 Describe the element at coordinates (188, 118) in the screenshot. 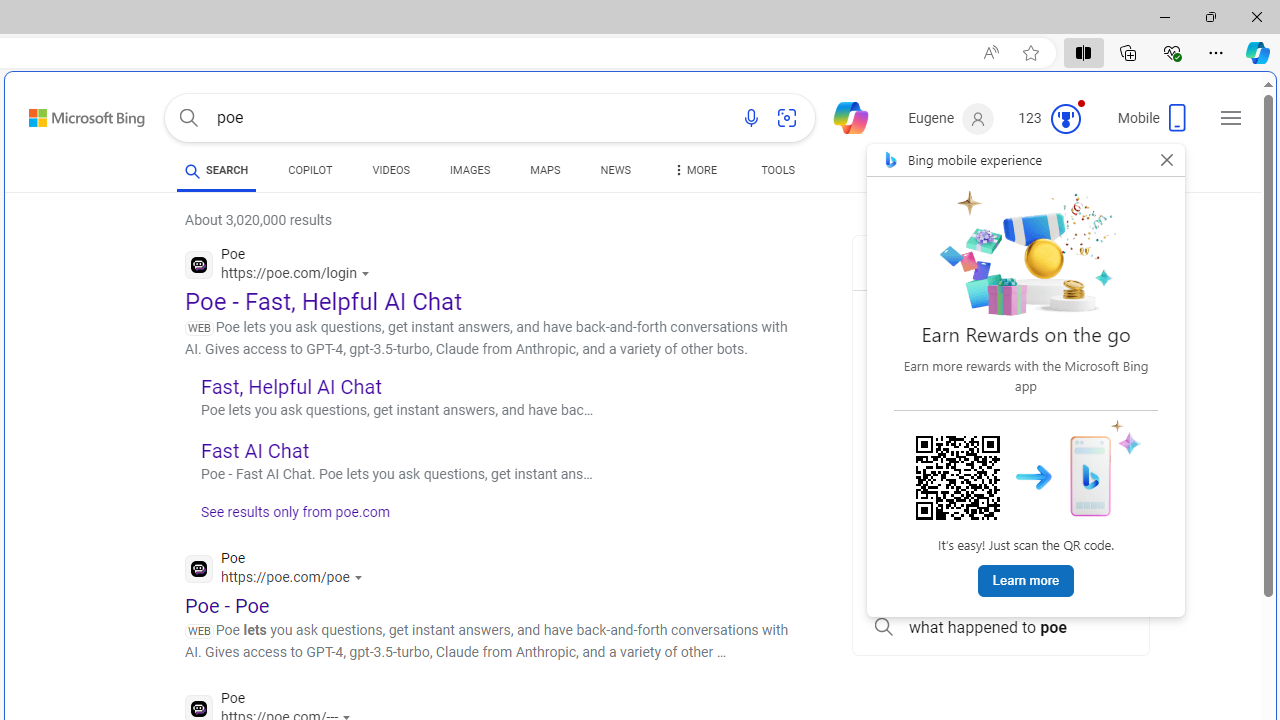

I see `'Search button'` at that location.